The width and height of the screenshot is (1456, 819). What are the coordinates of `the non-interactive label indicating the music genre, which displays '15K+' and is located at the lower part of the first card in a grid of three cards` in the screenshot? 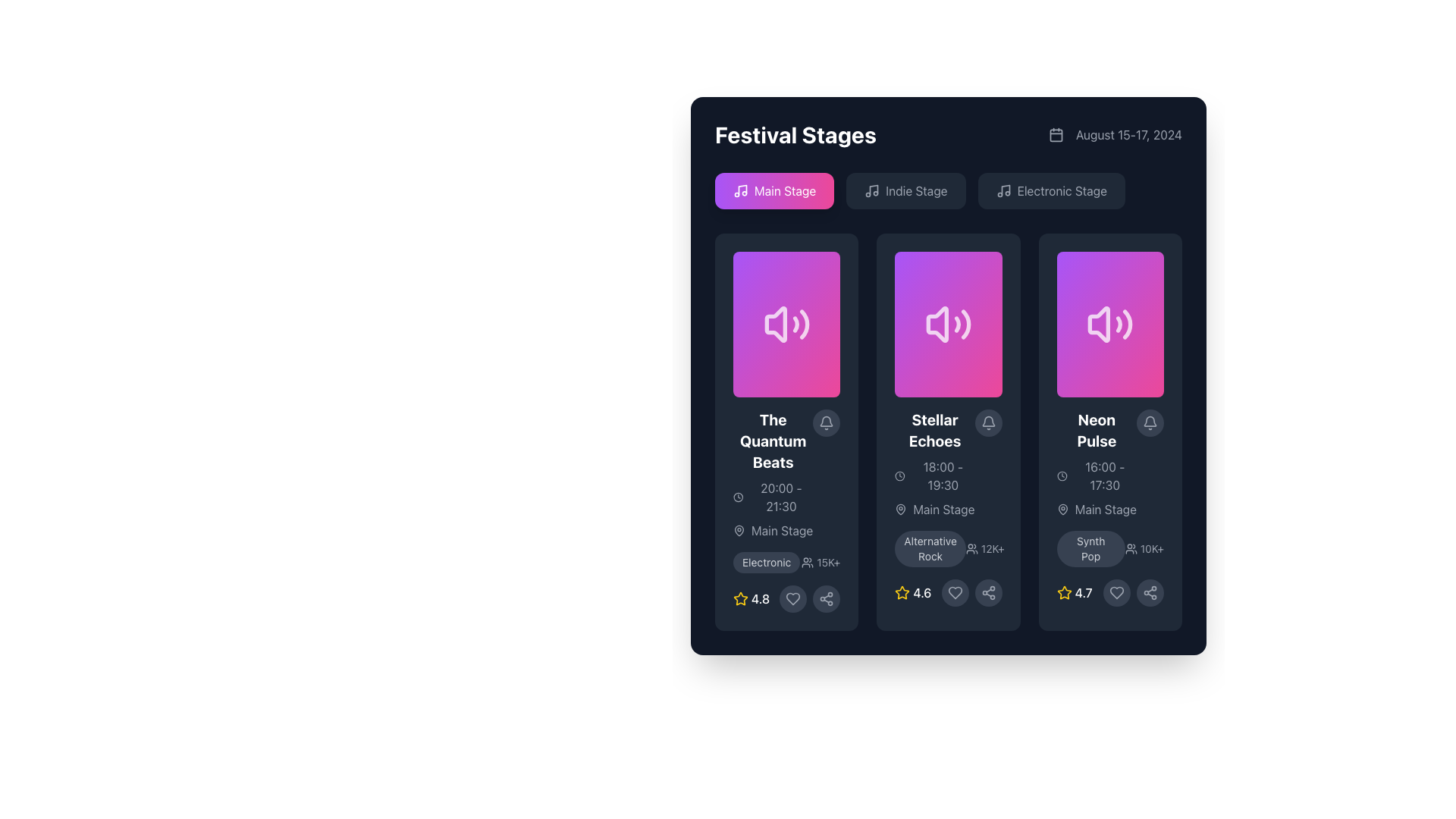 It's located at (767, 562).